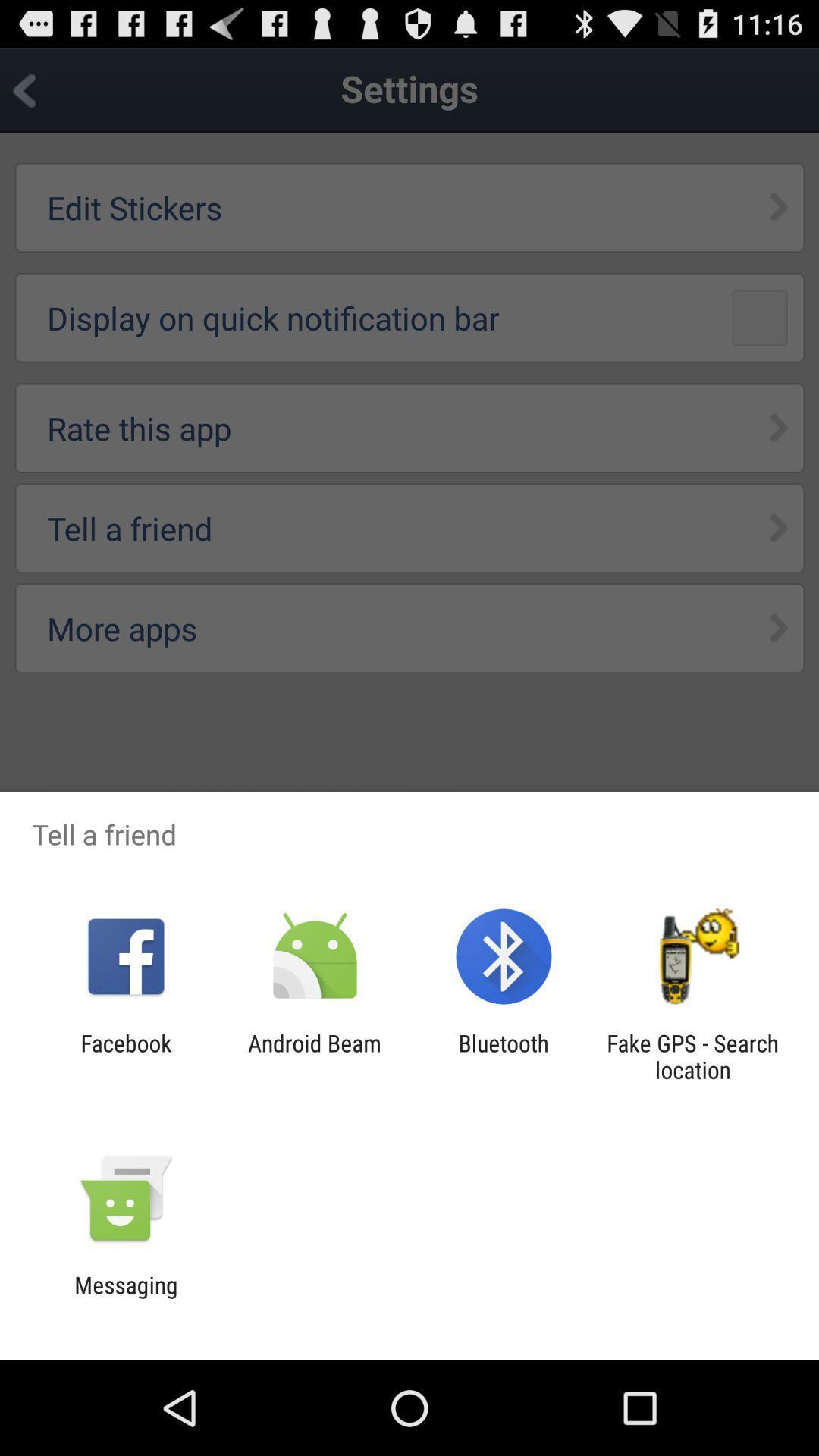  I want to click on app next to android beam item, so click(125, 1056).